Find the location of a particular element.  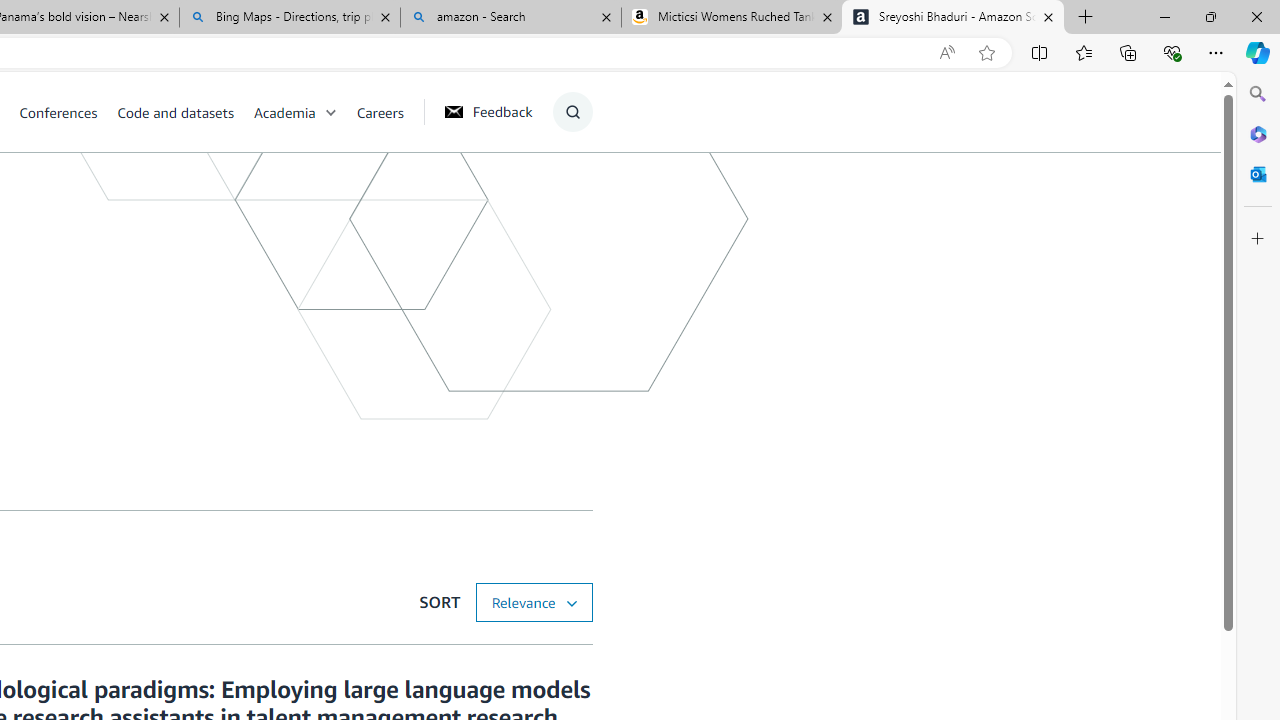

'Careers' is located at coordinates (389, 111).